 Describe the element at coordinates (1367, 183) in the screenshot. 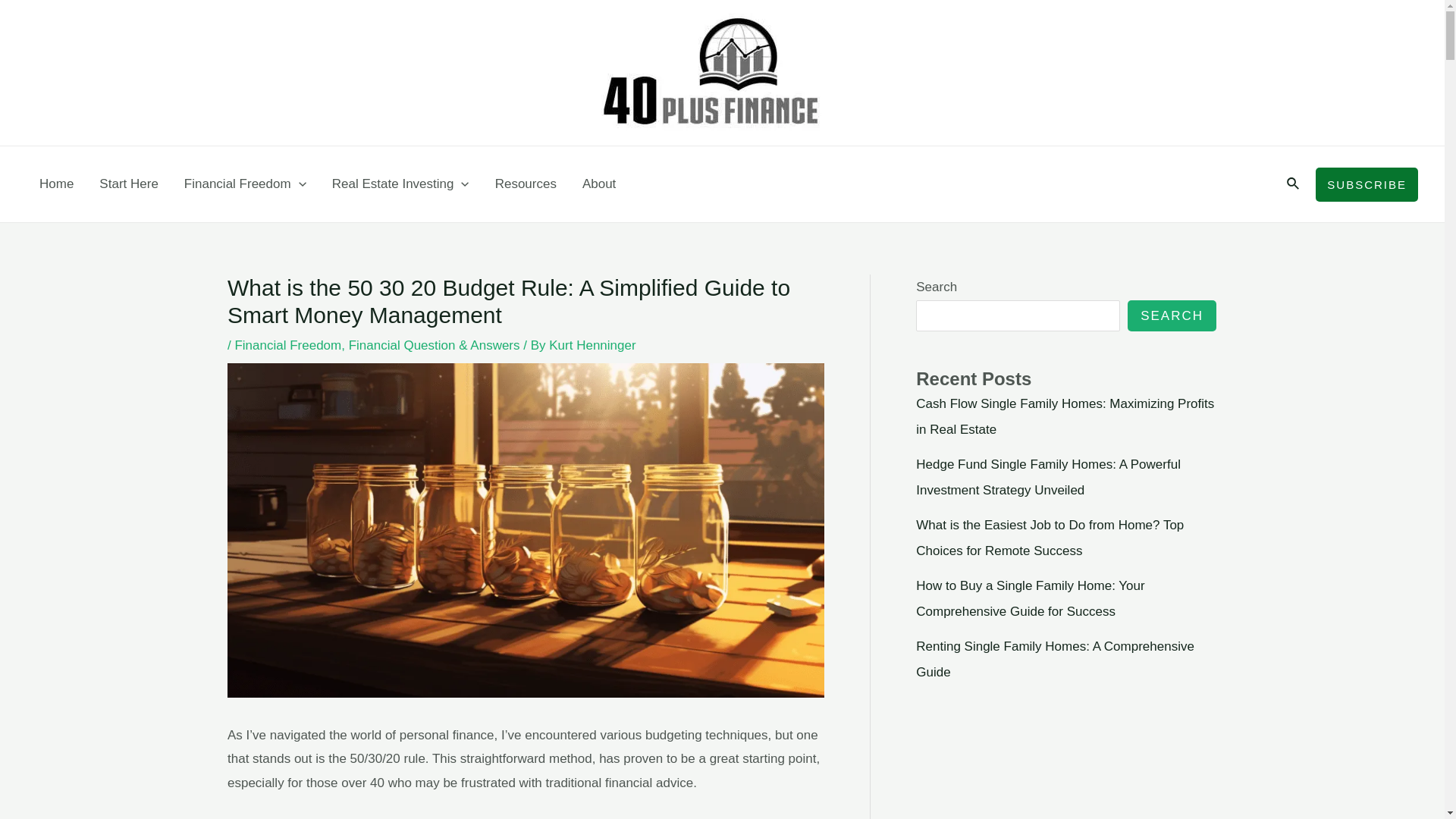

I see `'SUBSCRIBE'` at that location.